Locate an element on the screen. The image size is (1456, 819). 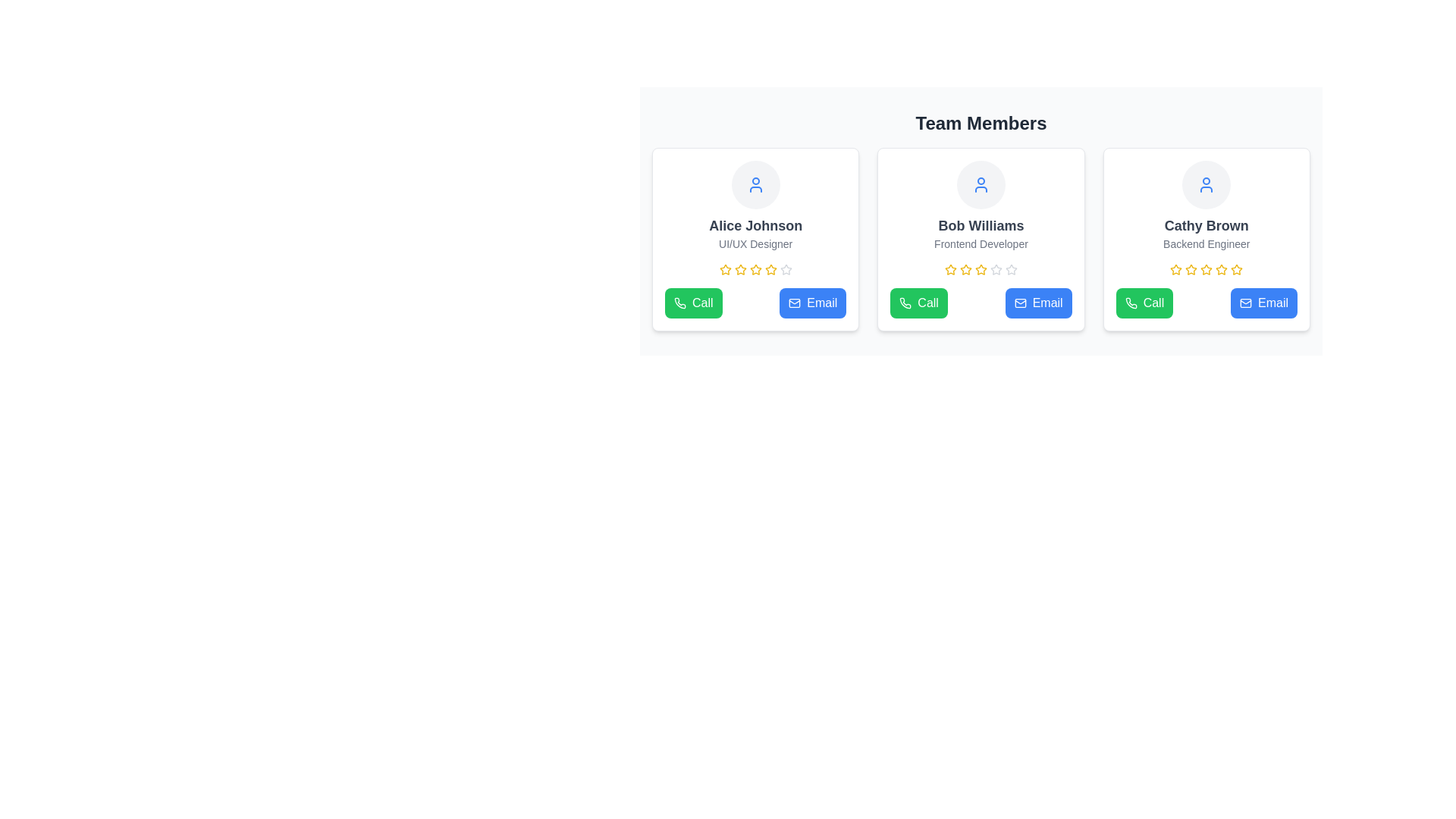
the fourth star-shaped icon in the rating display for Cathy Brown's profile card is located at coordinates (1206, 268).